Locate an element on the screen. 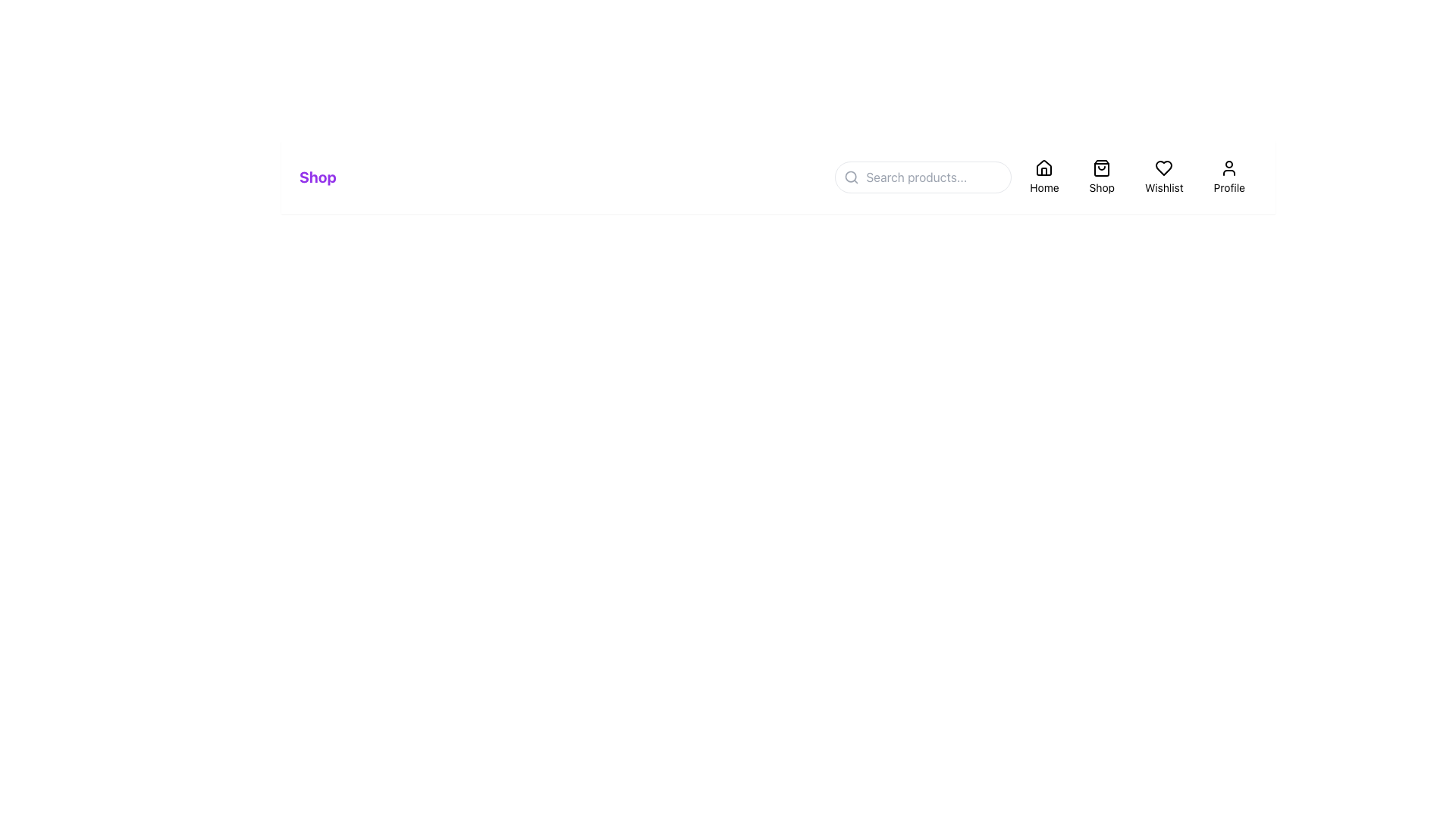 This screenshot has width=1456, height=819. the 'Shop' button in the navigation menu, which features a shopping bag icon above the label 'Shop' is located at coordinates (1102, 177).